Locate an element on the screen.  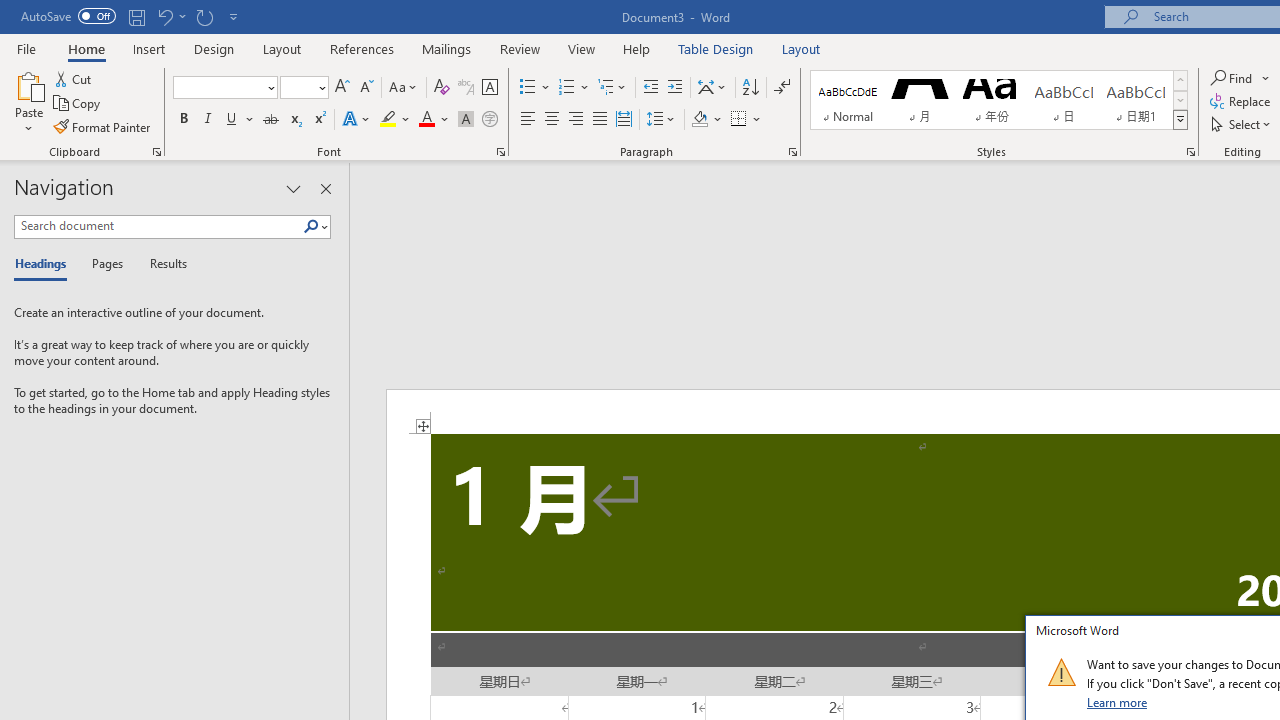
'Undo Distribute Para' is located at coordinates (164, 16).